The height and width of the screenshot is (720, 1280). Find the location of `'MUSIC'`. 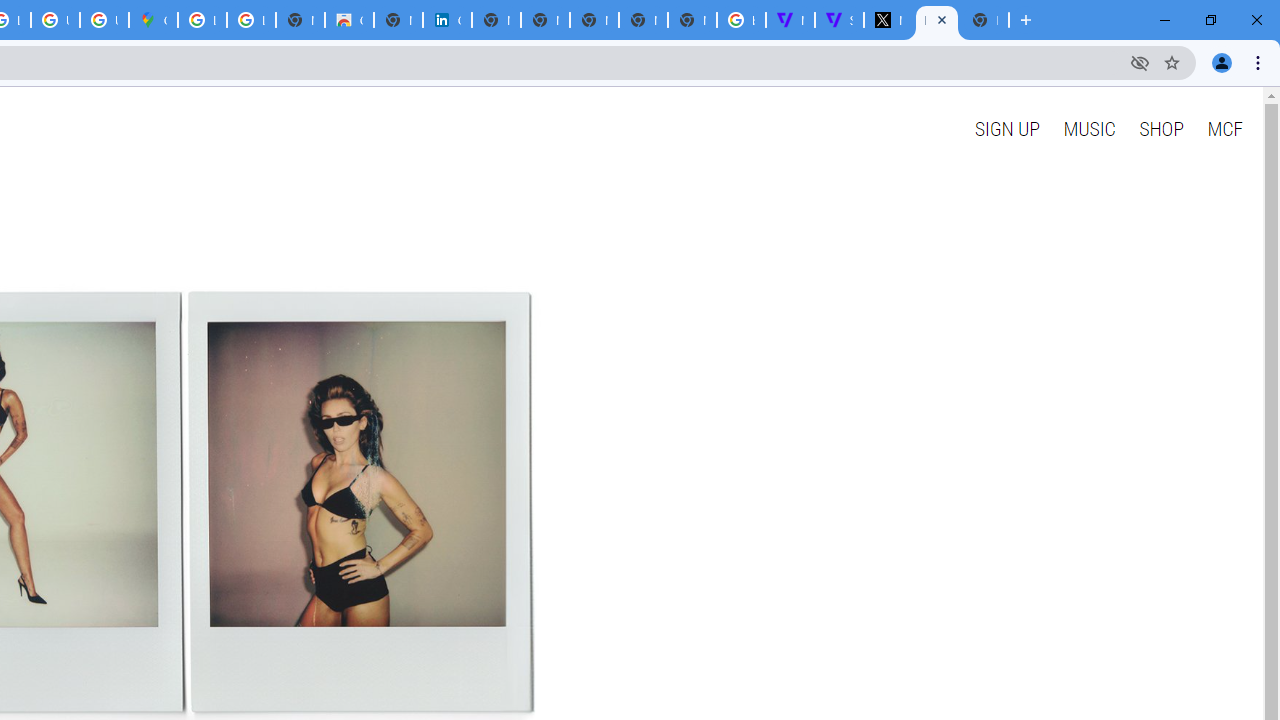

'MUSIC' is located at coordinates (1088, 128).